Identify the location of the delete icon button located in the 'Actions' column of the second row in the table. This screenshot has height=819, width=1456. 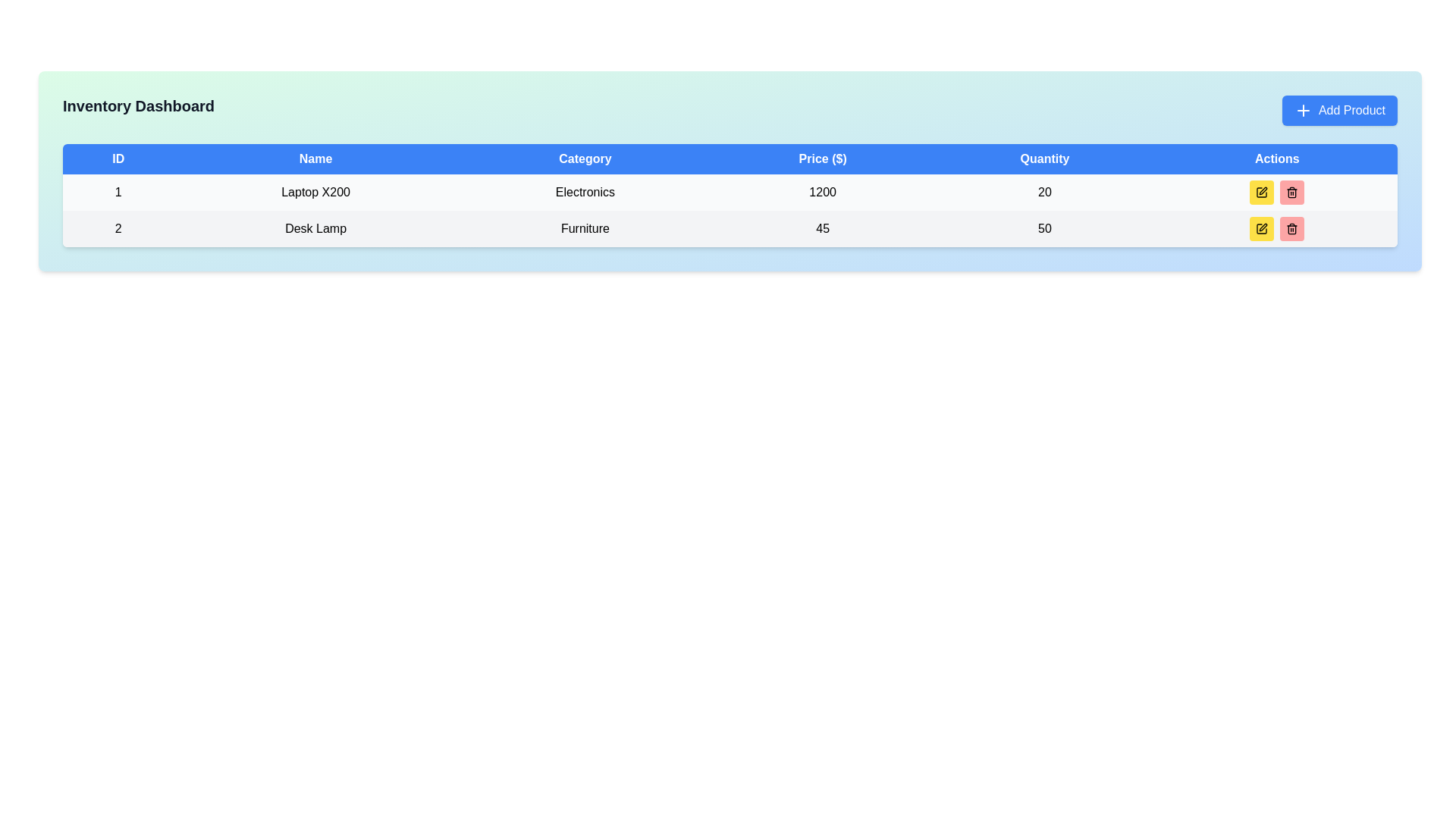
(1291, 192).